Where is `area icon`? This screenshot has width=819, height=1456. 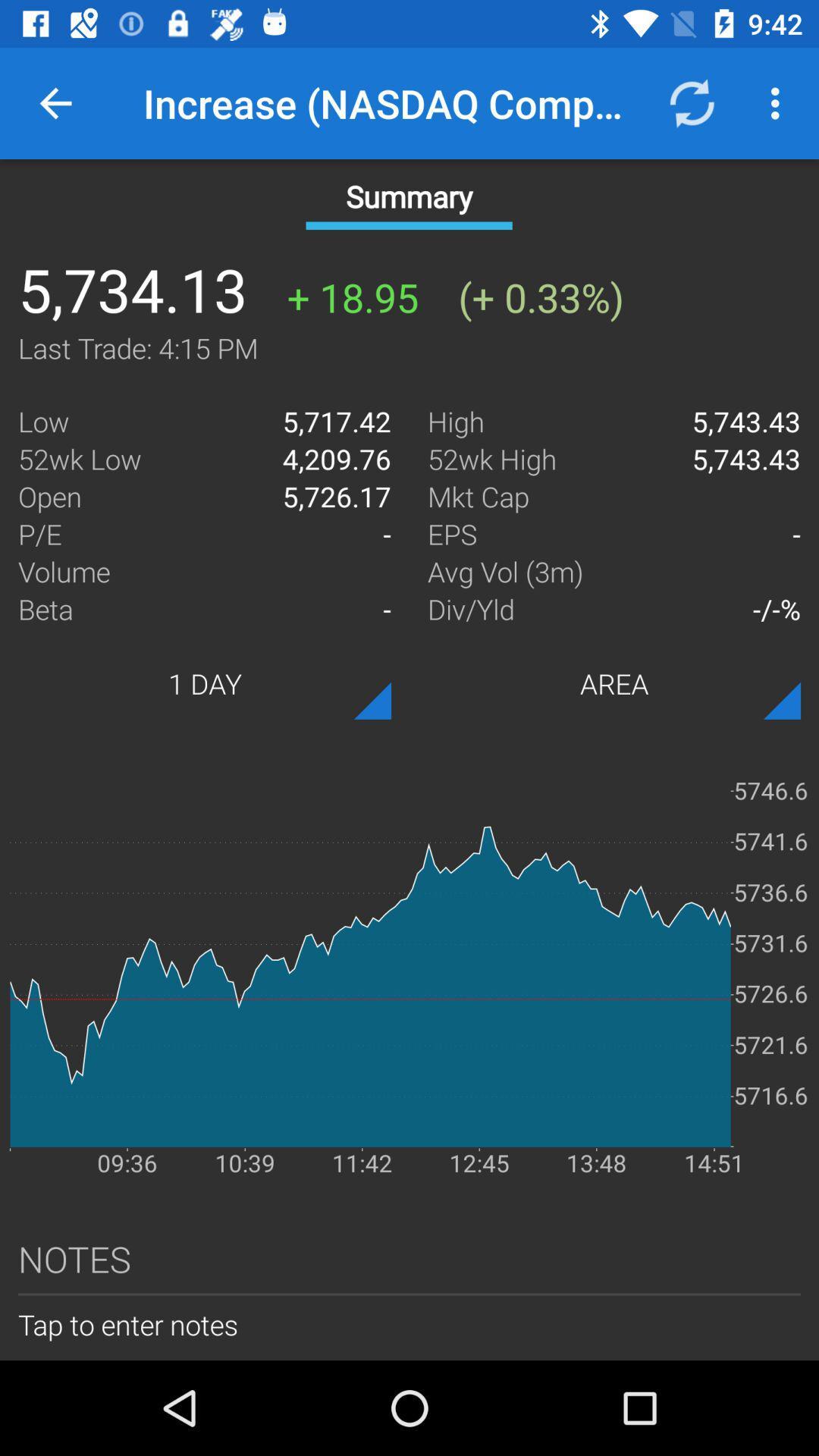 area icon is located at coordinates (614, 682).